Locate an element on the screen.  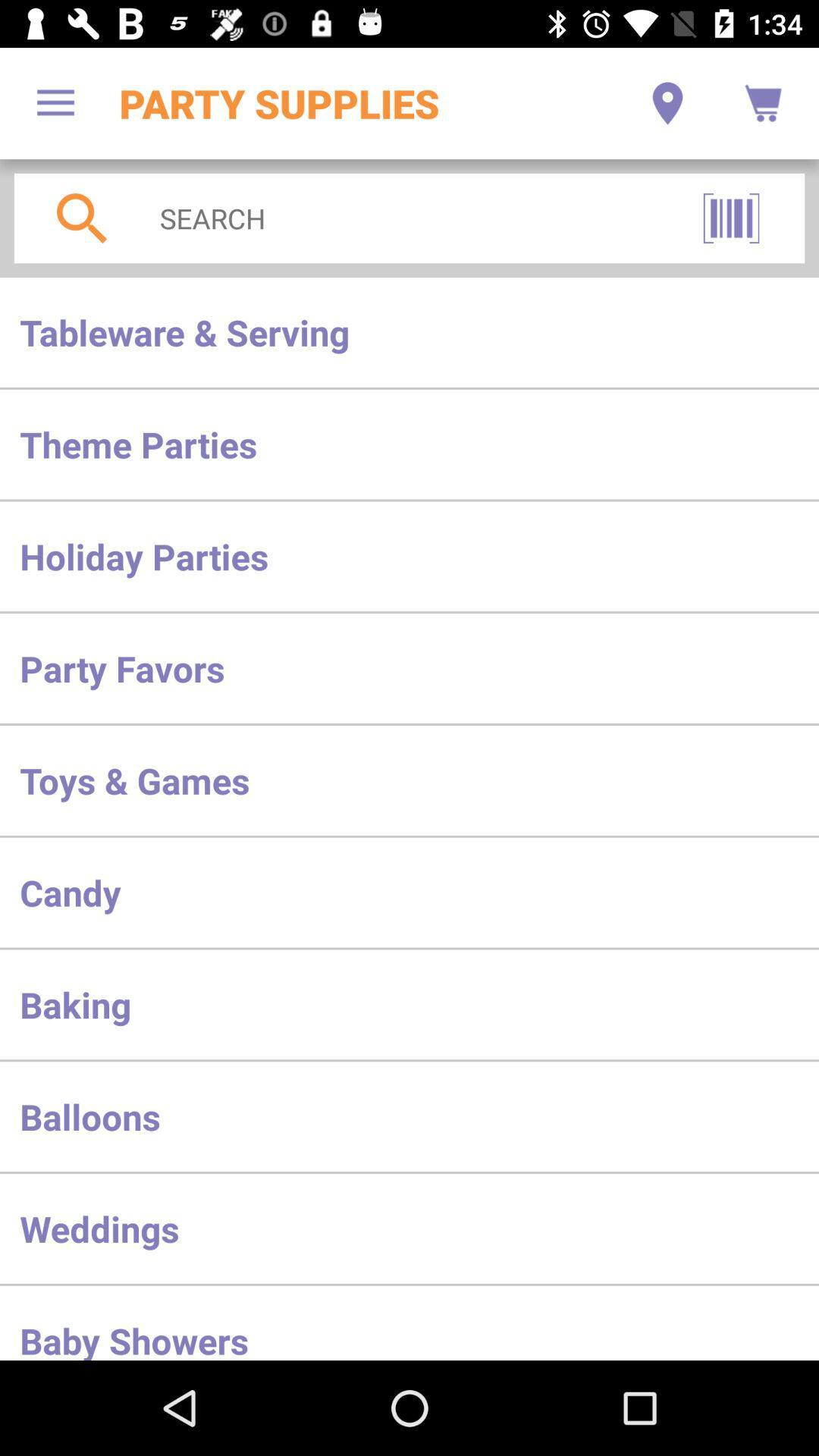
the holiday parties icon is located at coordinates (409, 555).